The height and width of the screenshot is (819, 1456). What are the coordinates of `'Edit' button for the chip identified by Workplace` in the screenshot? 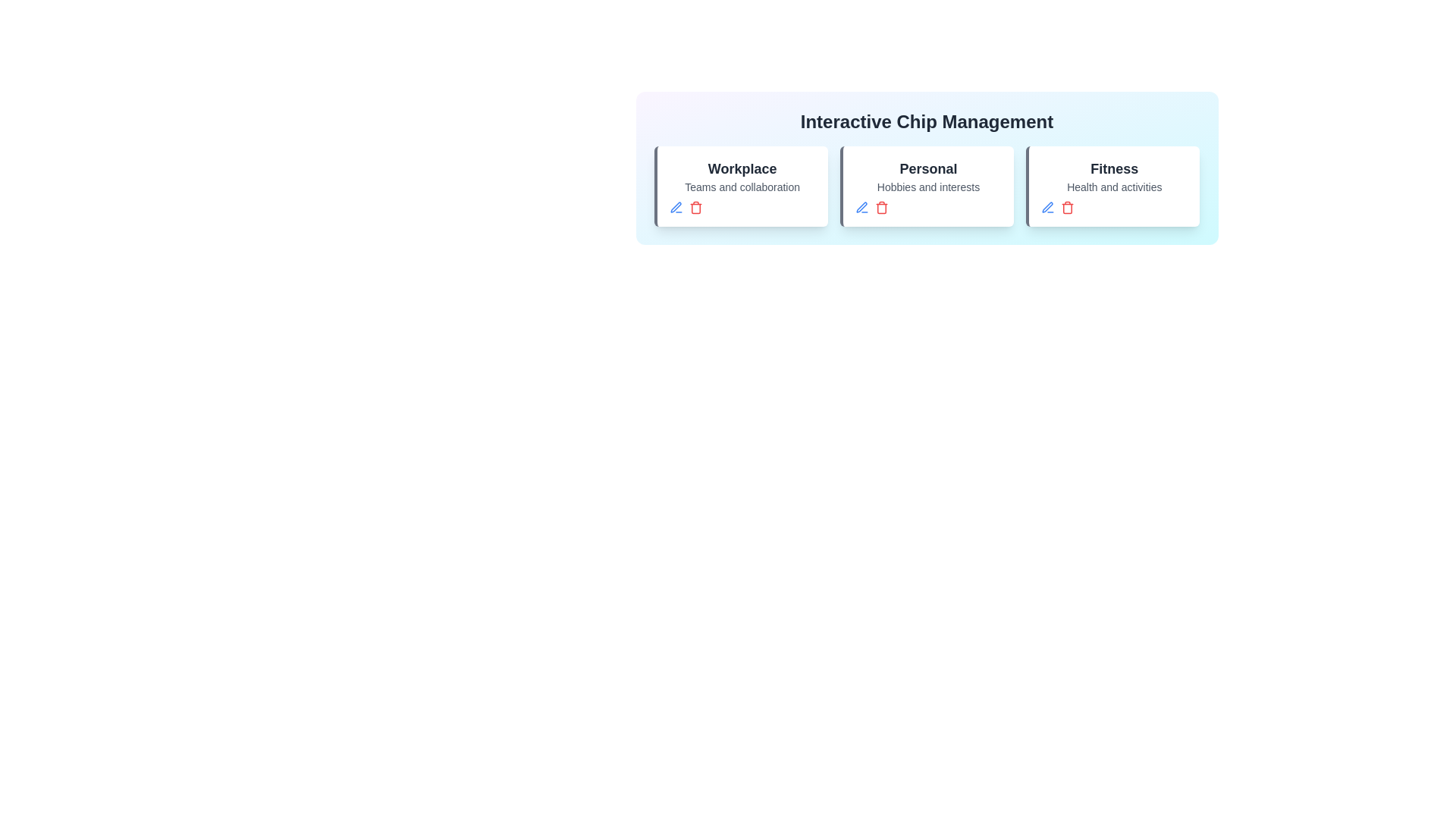 It's located at (675, 207).